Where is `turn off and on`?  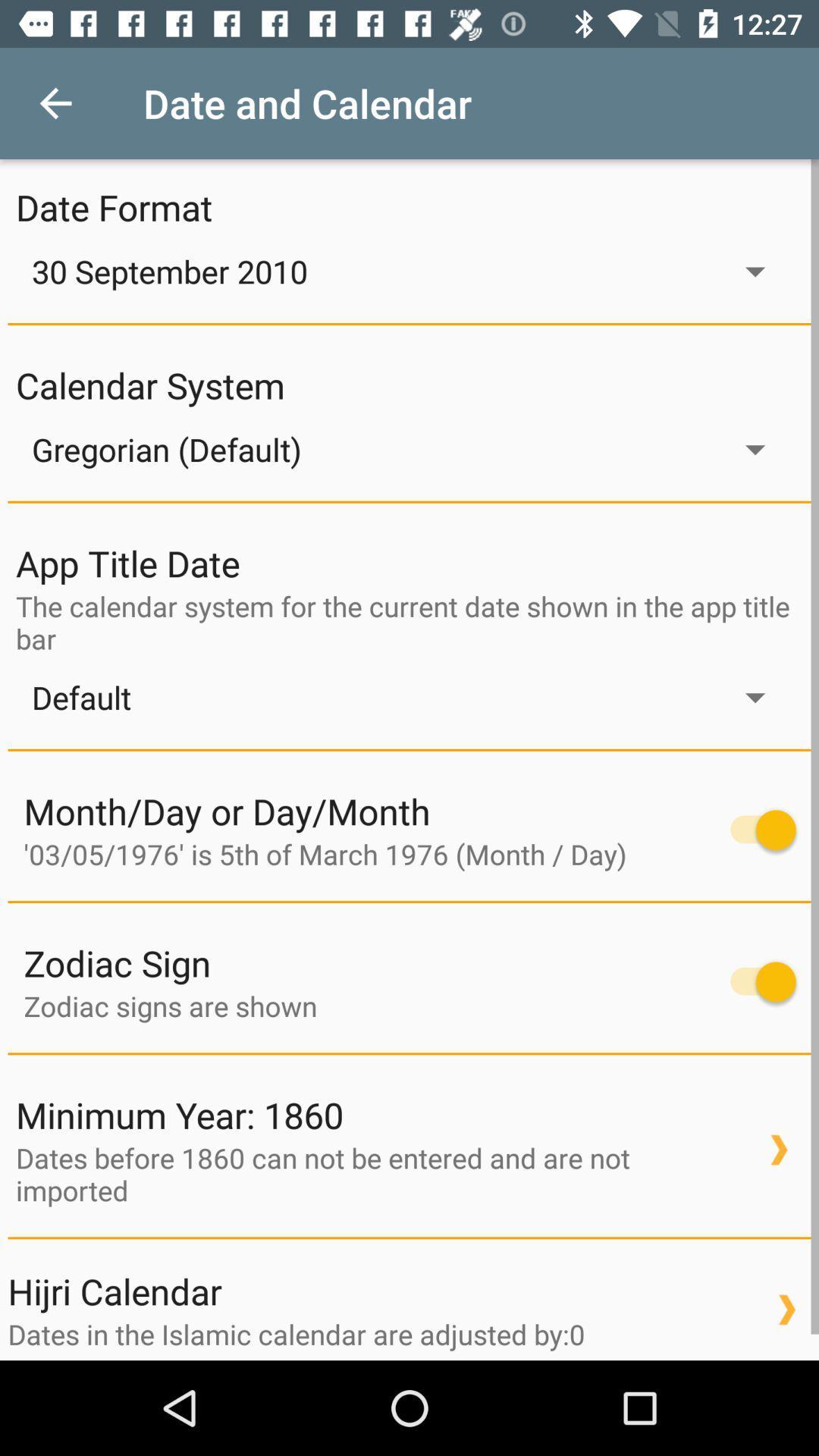 turn off and on is located at coordinates (755, 981).